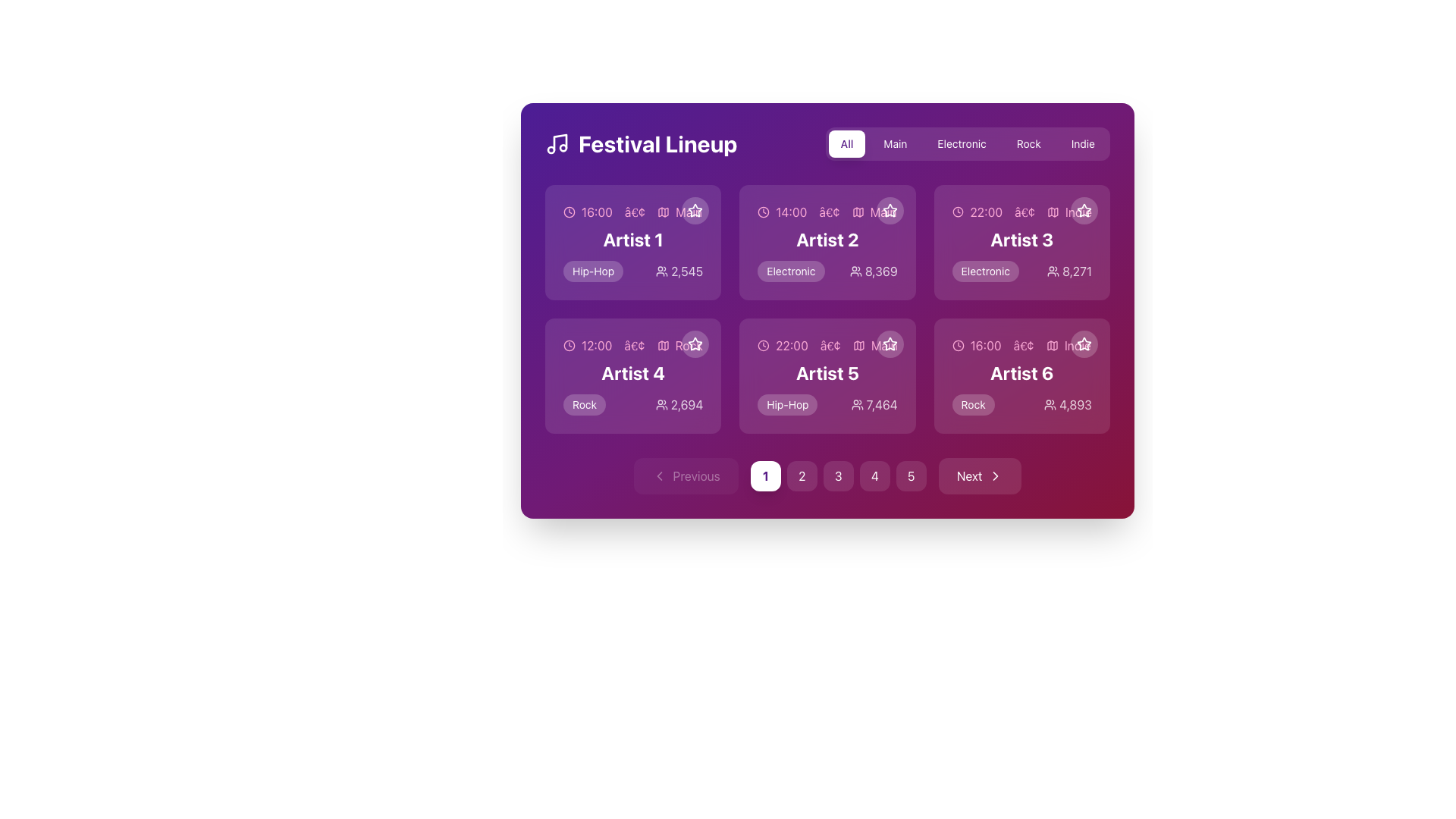  What do you see at coordinates (827, 212) in the screenshot?
I see `the informational header text for the 'Artist 2' card, which indicates the performance time and location ('main') in the 'Festival Lineup' section` at bounding box center [827, 212].